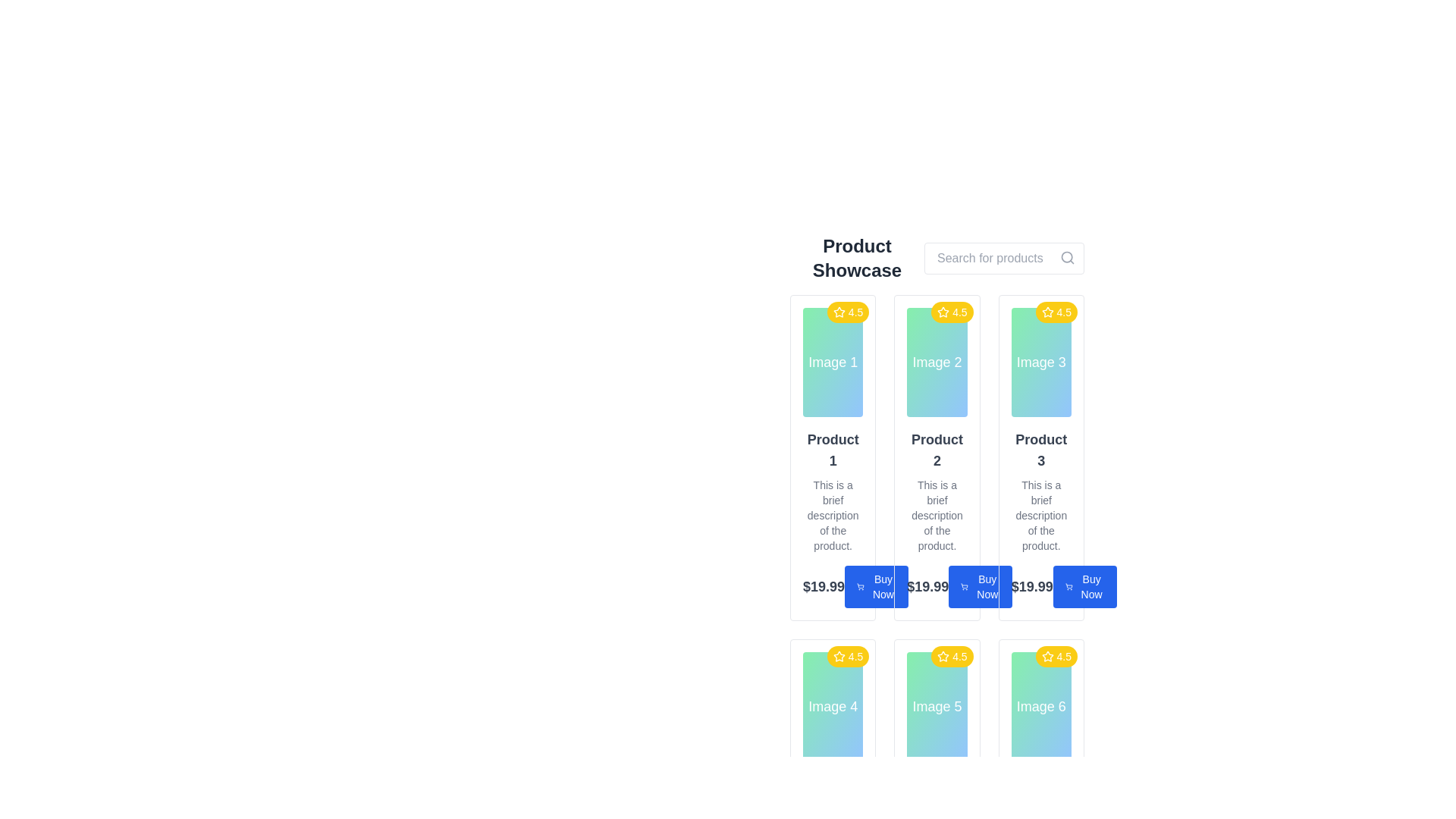 Image resolution: width=1456 pixels, height=819 pixels. I want to click on the 'Buy Now' button, which is a bright blue interactive button with the text '$19.99' displayed alongside it, located in the lower section of the second product card, so click(936, 586).